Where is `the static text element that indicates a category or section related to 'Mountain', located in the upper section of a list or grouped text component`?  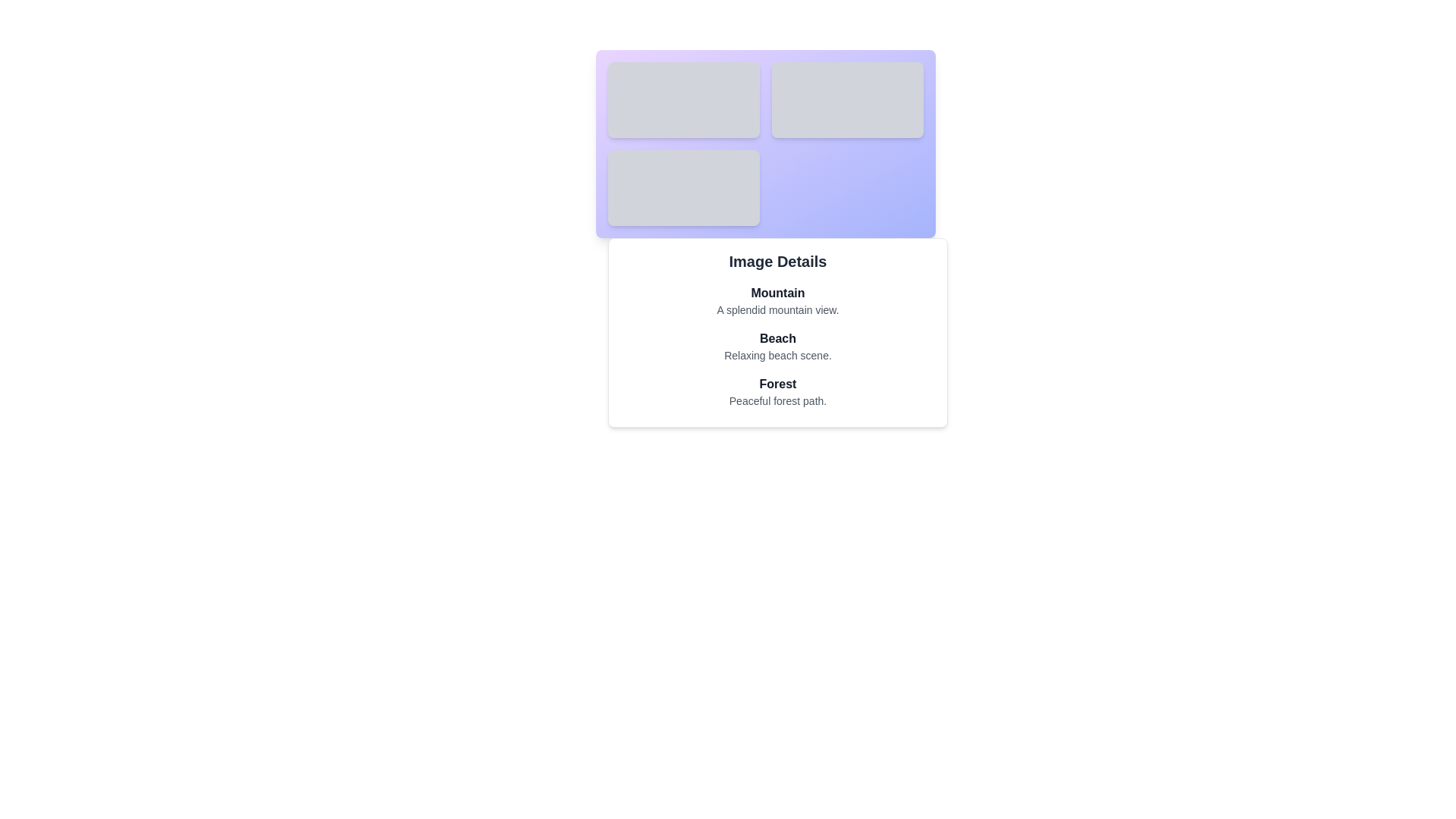
the static text element that indicates a category or section related to 'Mountain', located in the upper section of a list or grouped text component is located at coordinates (778, 293).